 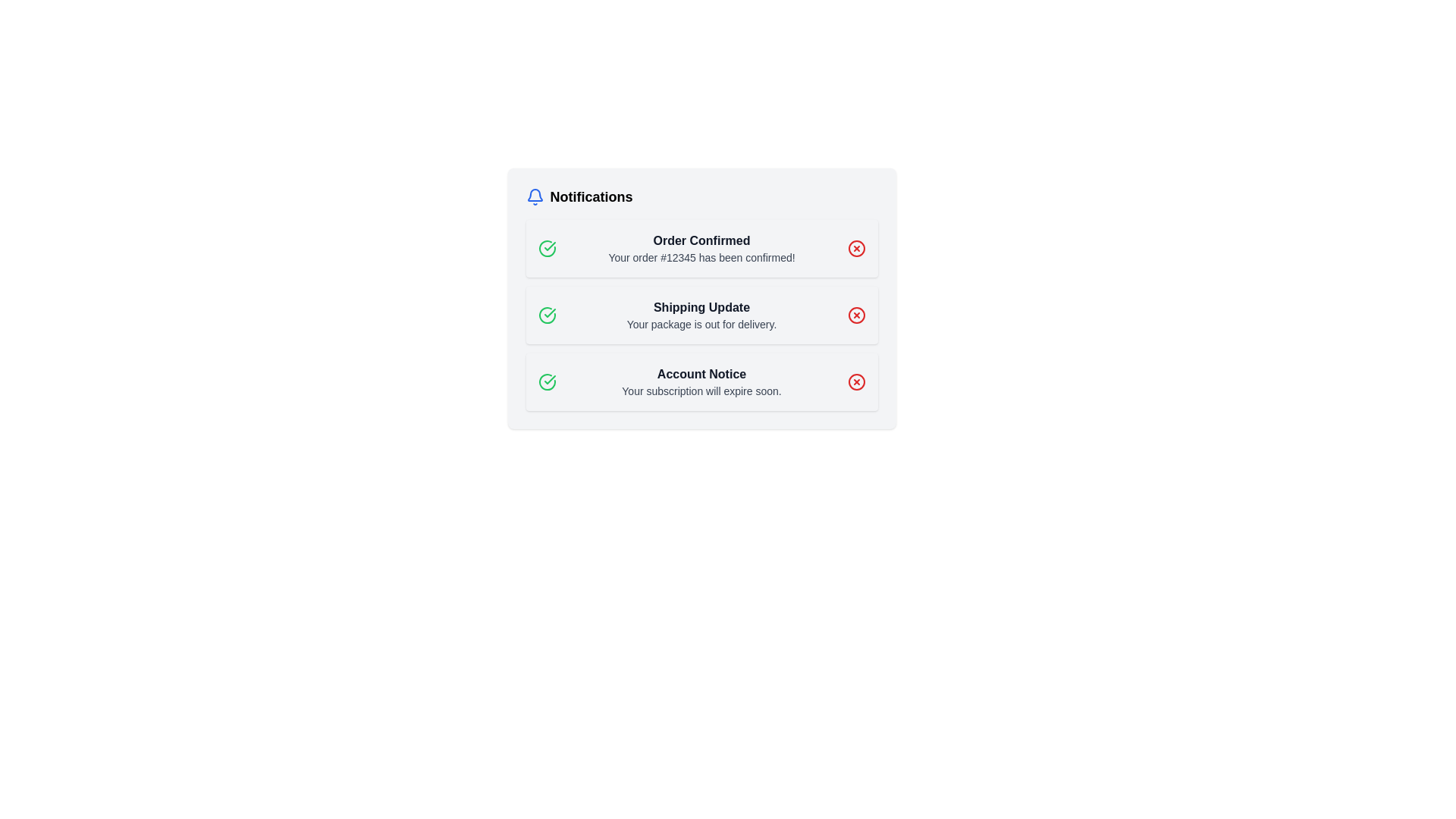 What do you see at coordinates (546, 315) in the screenshot?
I see `the circular green icon with a check mark inside, which indicates a confirmation state, located to the left of the 'Shipping Update' text label in the second row of the notification list` at bounding box center [546, 315].